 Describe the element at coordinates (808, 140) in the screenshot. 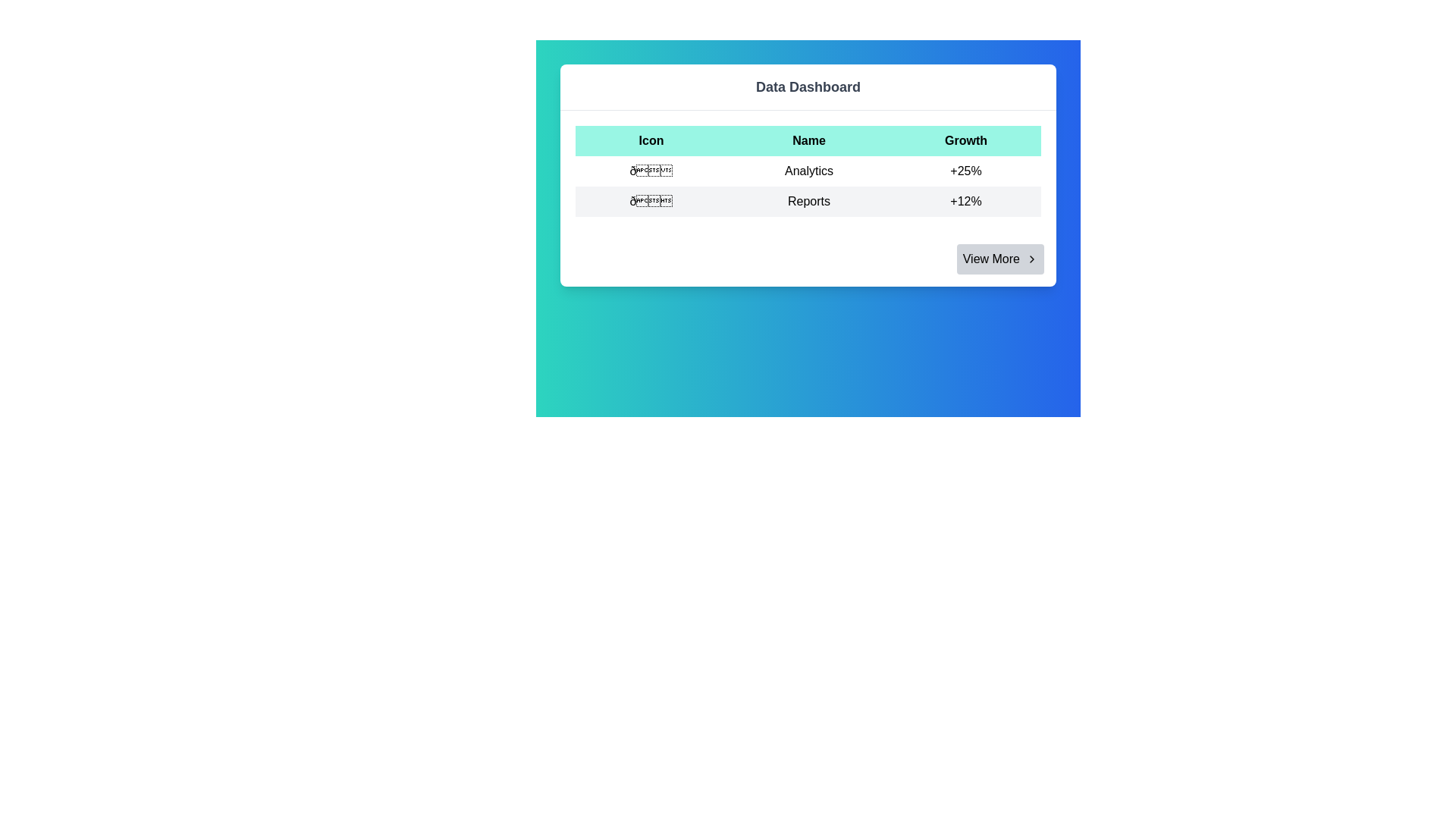

I see `the second header in a row of three, which indicates names data, located between 'Icon' and 'Growth'` at that location.